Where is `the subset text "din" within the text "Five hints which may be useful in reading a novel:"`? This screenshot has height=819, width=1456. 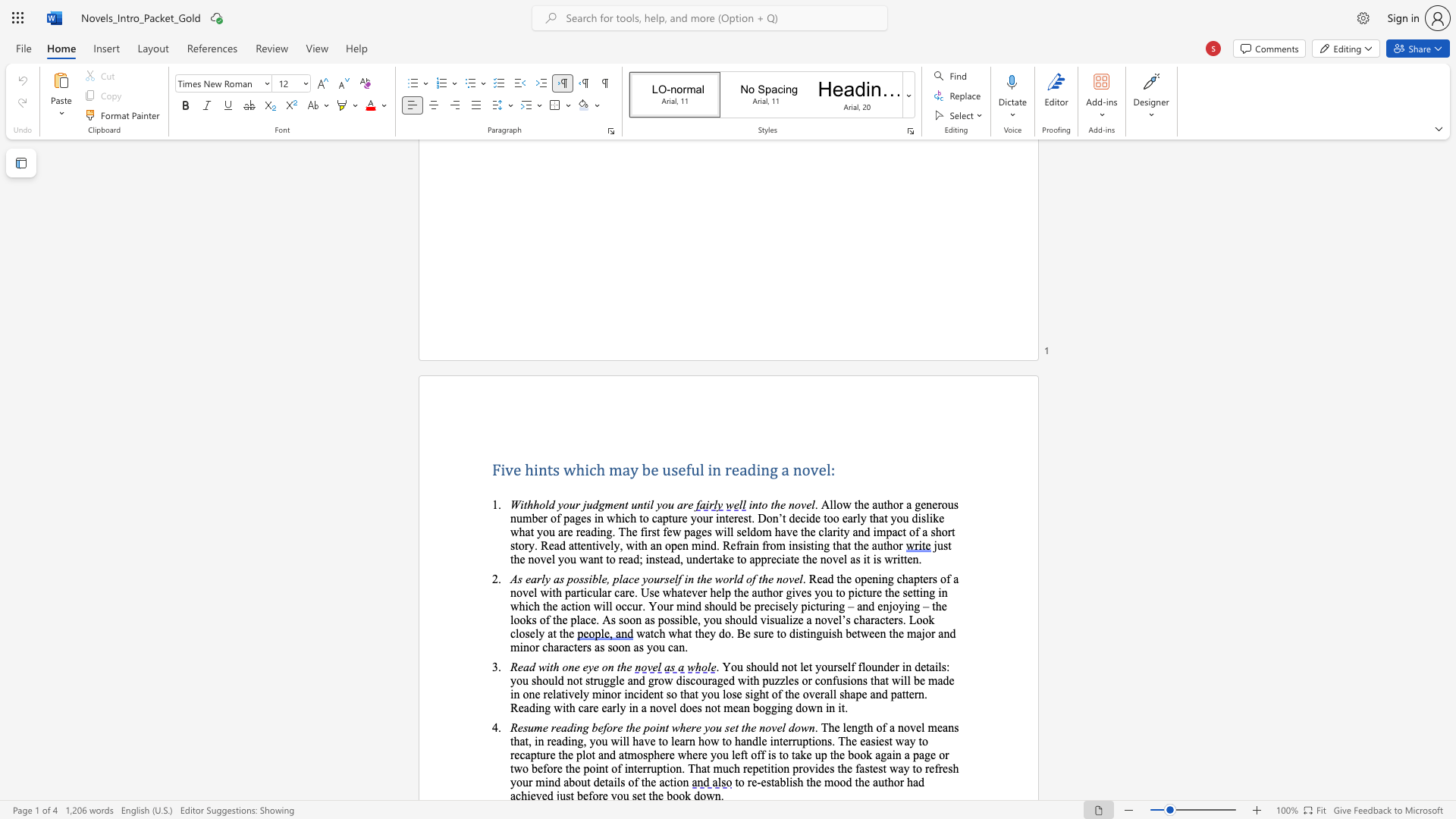
the subset text "din" within the text "Five hints which may be useful in reading a novel:" is located at coordinates (747, 469).